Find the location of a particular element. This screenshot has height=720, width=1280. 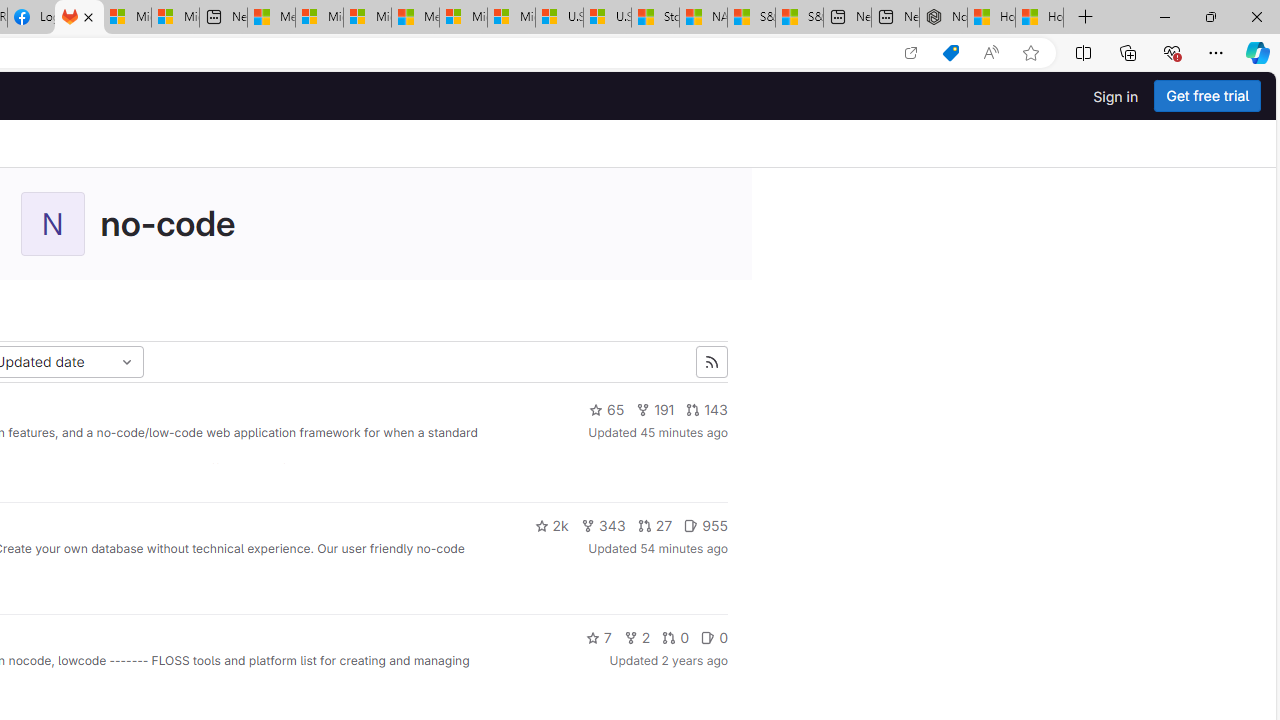

'Get free trial' is located at coordinates (1206, 96).